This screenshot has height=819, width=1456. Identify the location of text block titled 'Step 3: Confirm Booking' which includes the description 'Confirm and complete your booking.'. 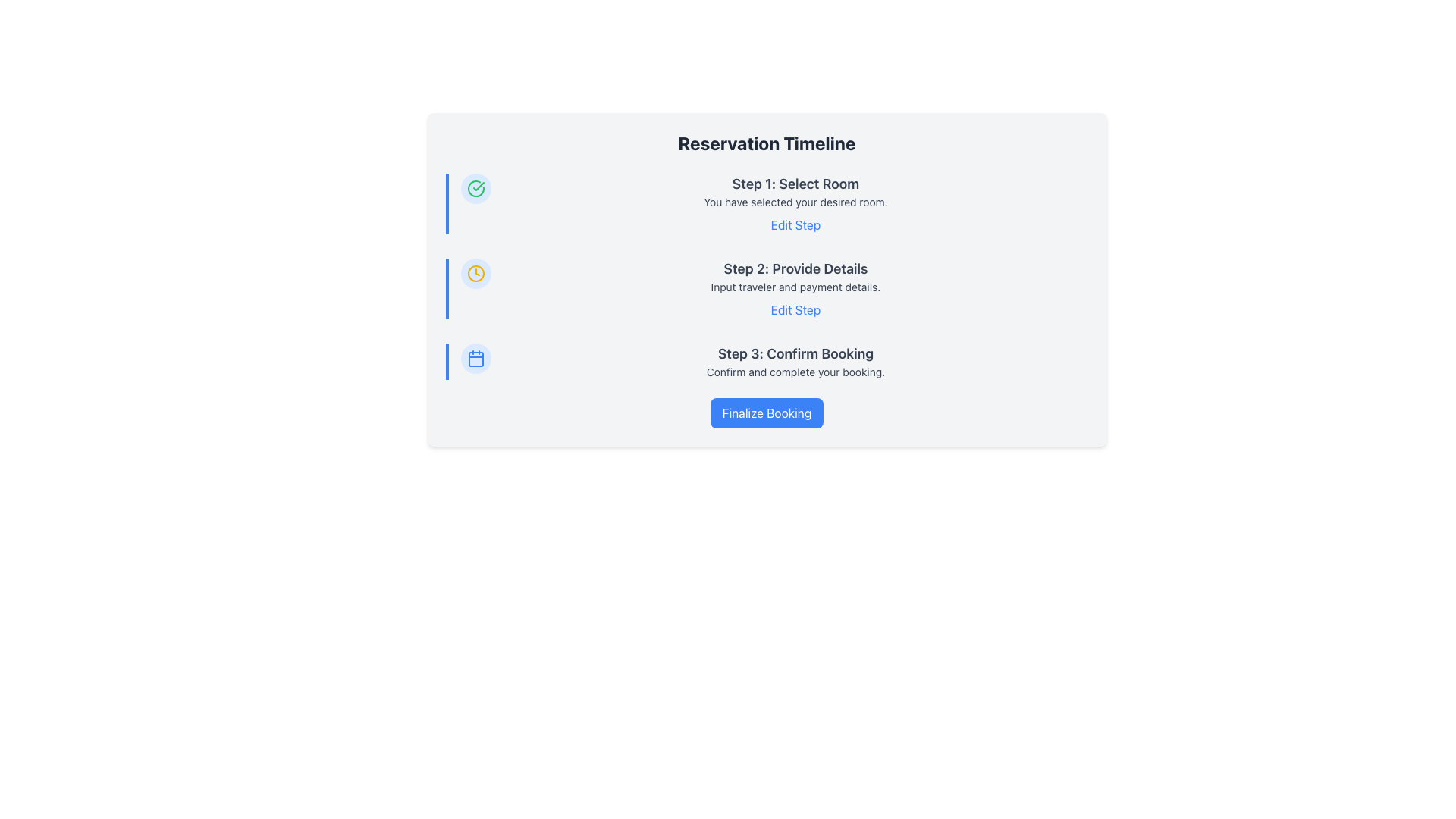
(795, 362).